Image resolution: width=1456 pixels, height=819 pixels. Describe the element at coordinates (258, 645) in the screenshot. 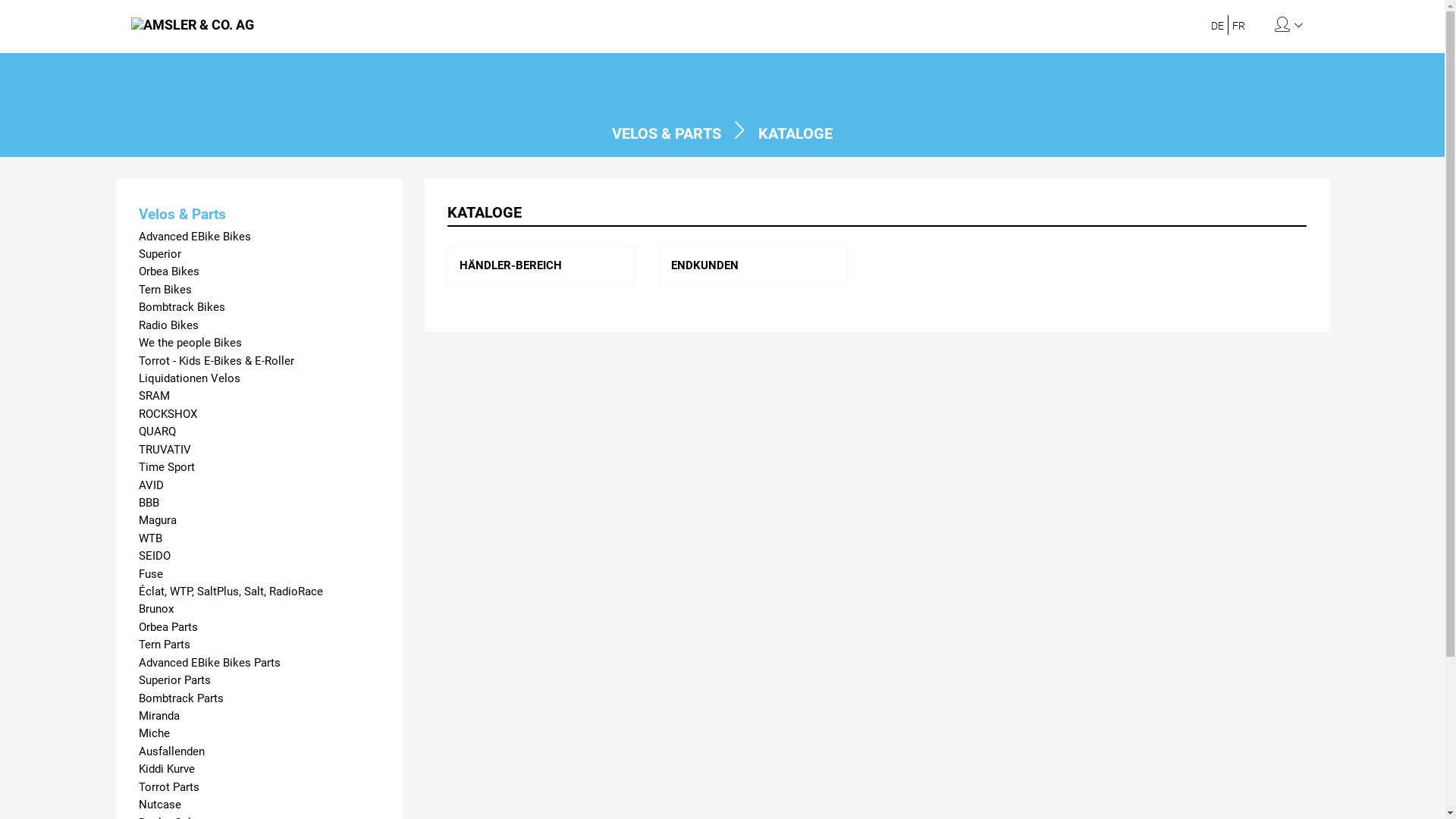

I see `'Tern Parts'` at that location.